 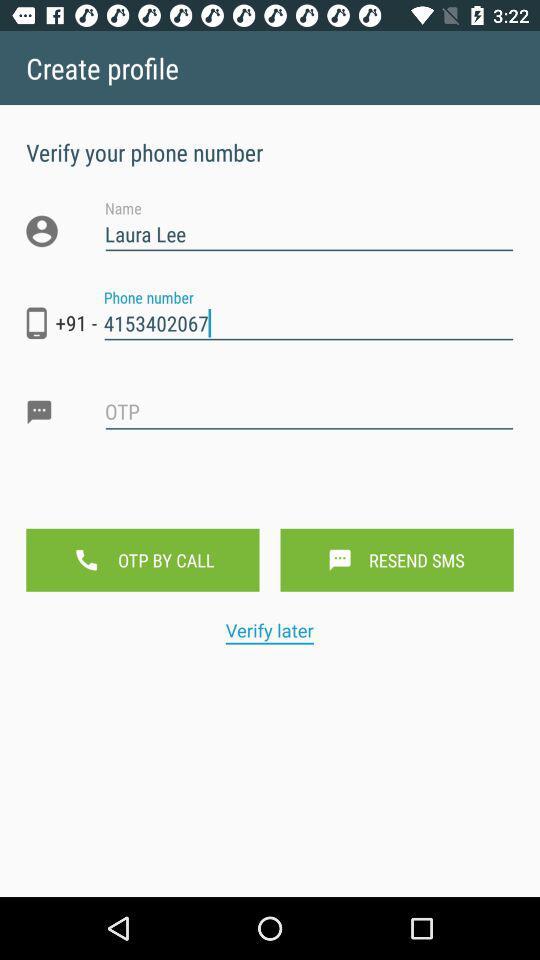 What do you see at coordinates (309, 428) in the screenshot?
I see `password space` at bounding box center [309, 428].